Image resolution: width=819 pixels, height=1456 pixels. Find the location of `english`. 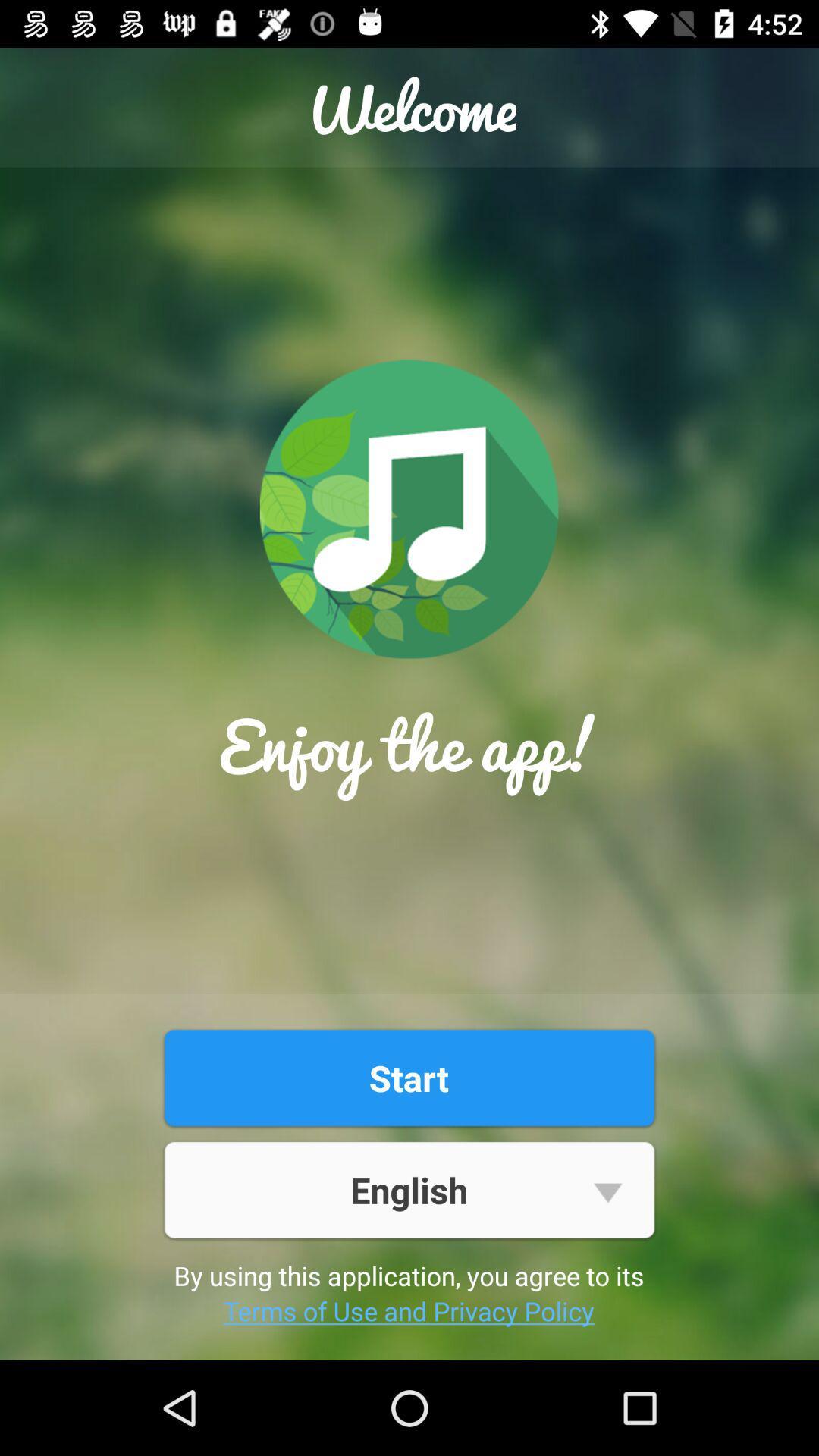

english is located at coordinates (408, 1189).